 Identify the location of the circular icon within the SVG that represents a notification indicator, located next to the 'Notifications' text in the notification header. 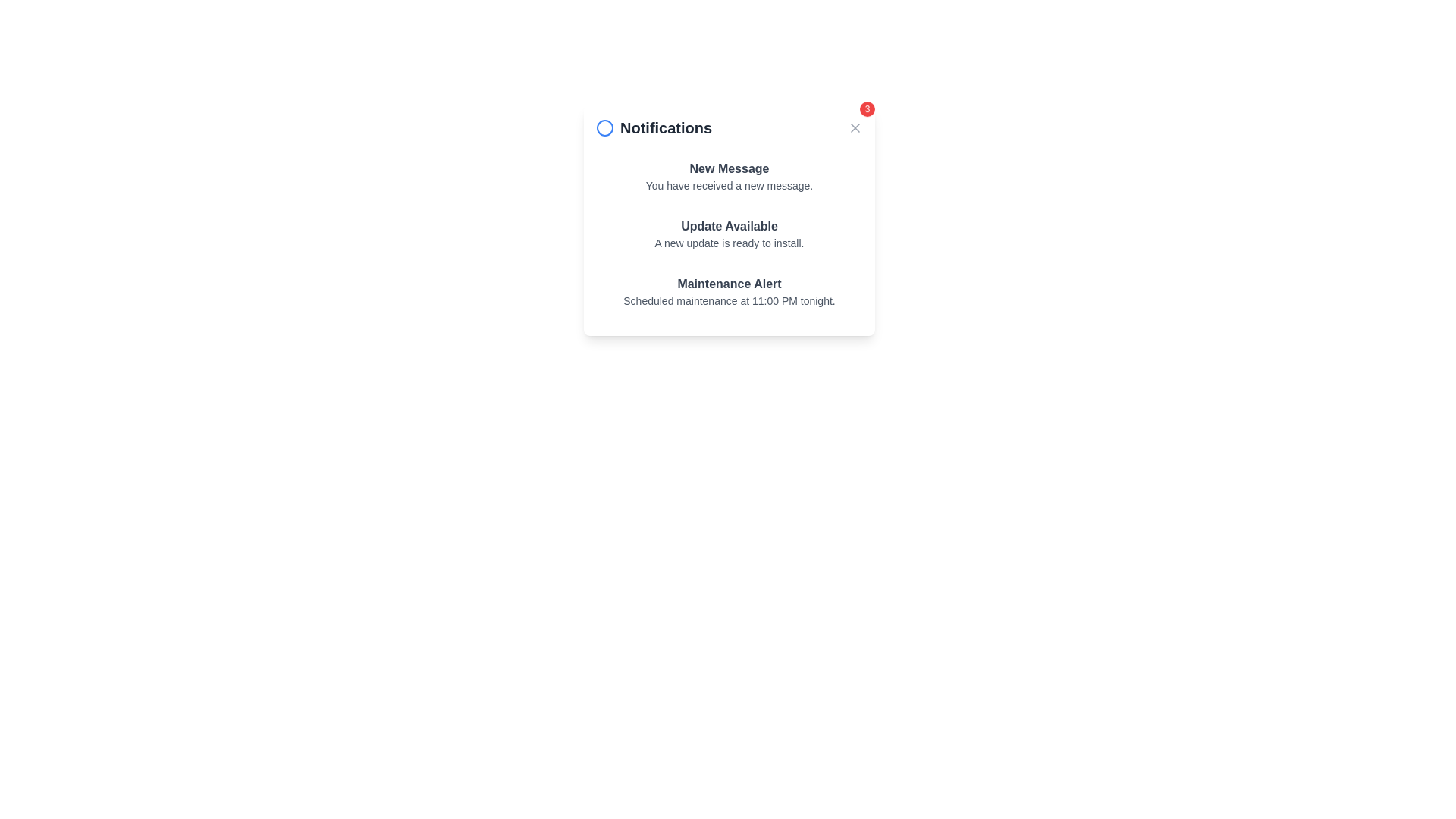
(604, 127).